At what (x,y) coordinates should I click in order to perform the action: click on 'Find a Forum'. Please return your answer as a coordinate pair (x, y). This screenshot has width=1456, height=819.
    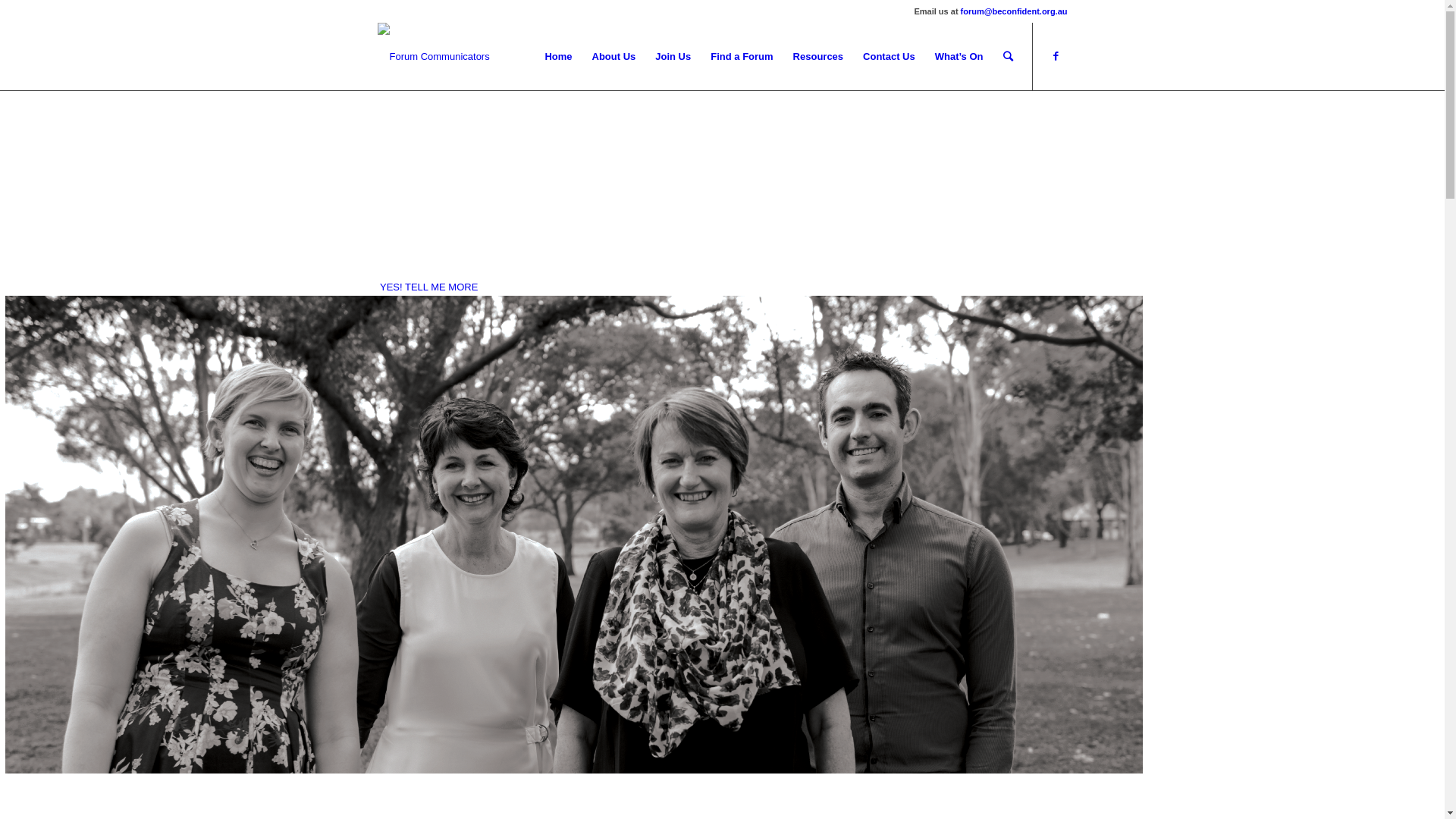
    Looking at the image, I should click on (742, 55).